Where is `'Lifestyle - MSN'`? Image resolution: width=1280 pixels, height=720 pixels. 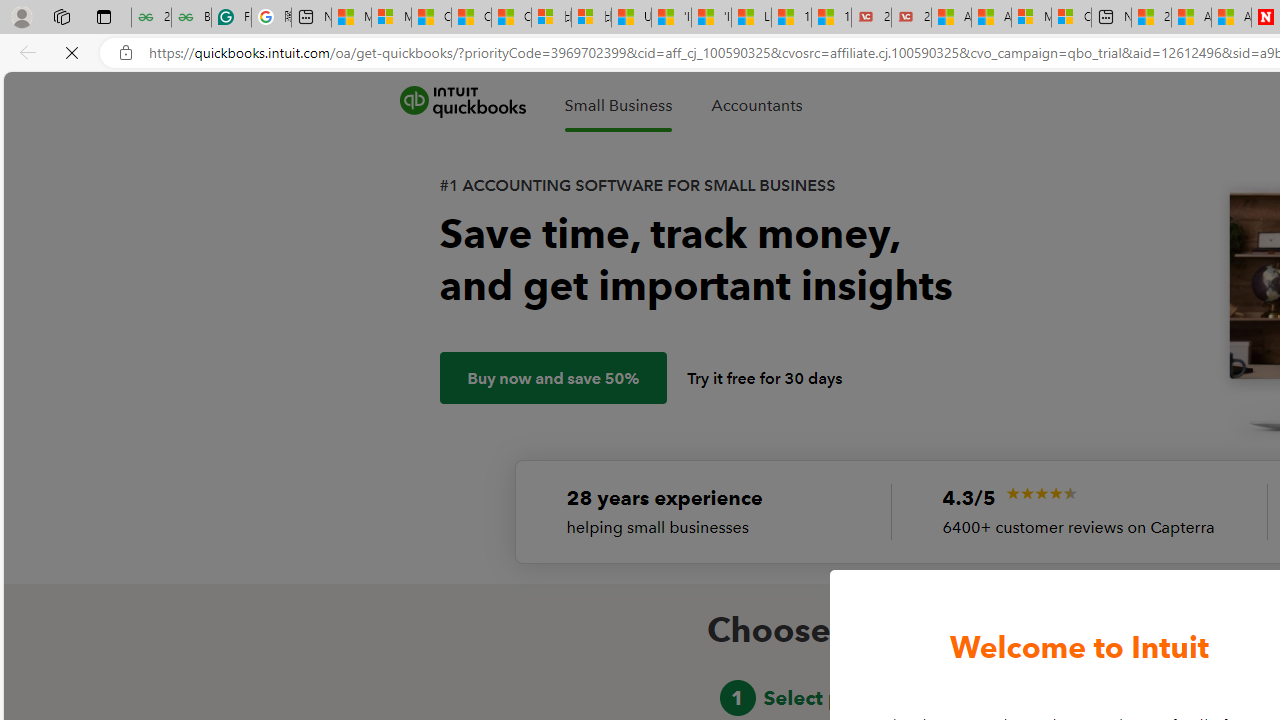 'Lifestyle - MSN' is located at coordinates (750, 17).